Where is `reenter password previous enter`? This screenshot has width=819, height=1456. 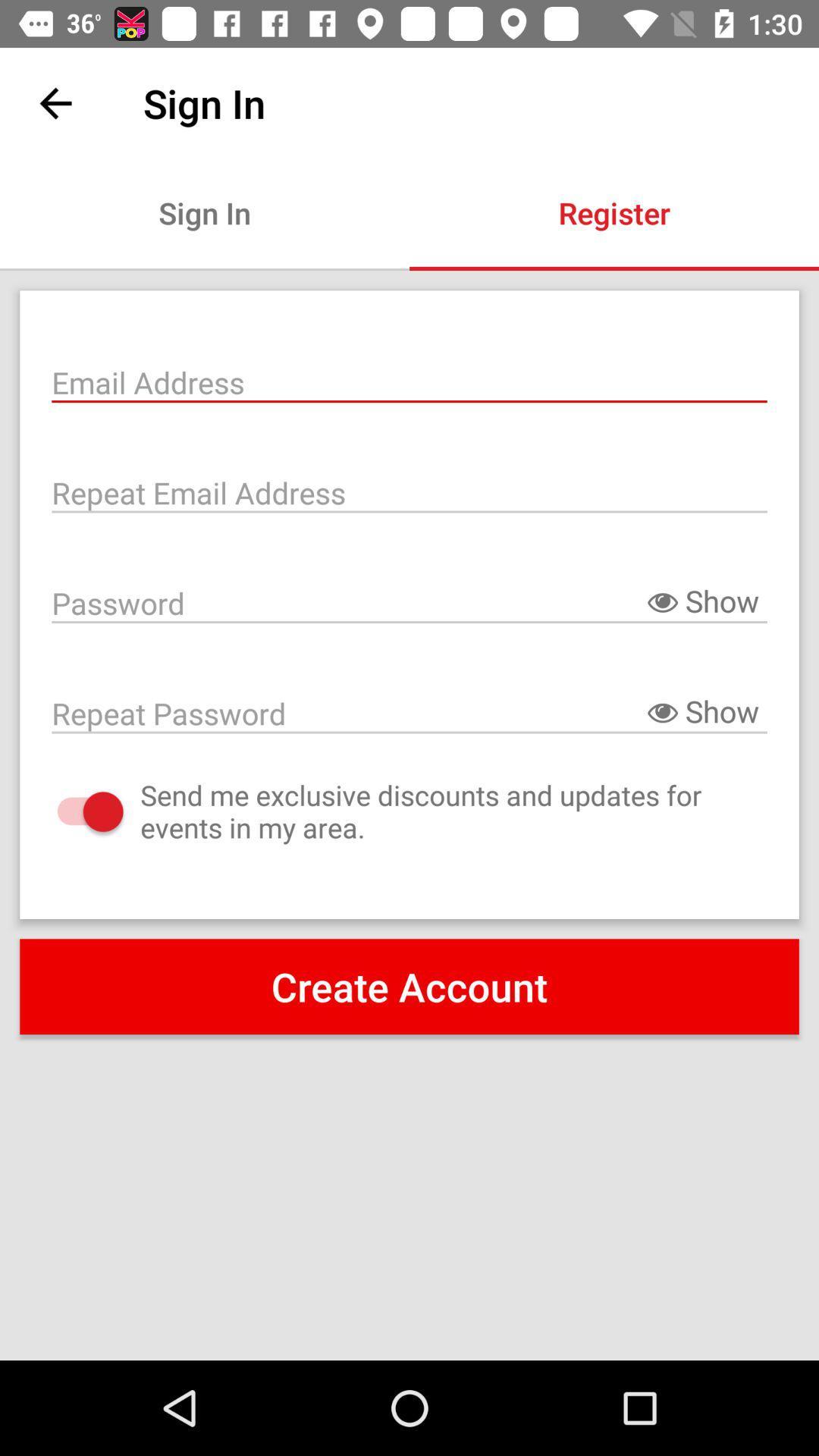 reenter password previous enter is located at coordinates (409, 711).